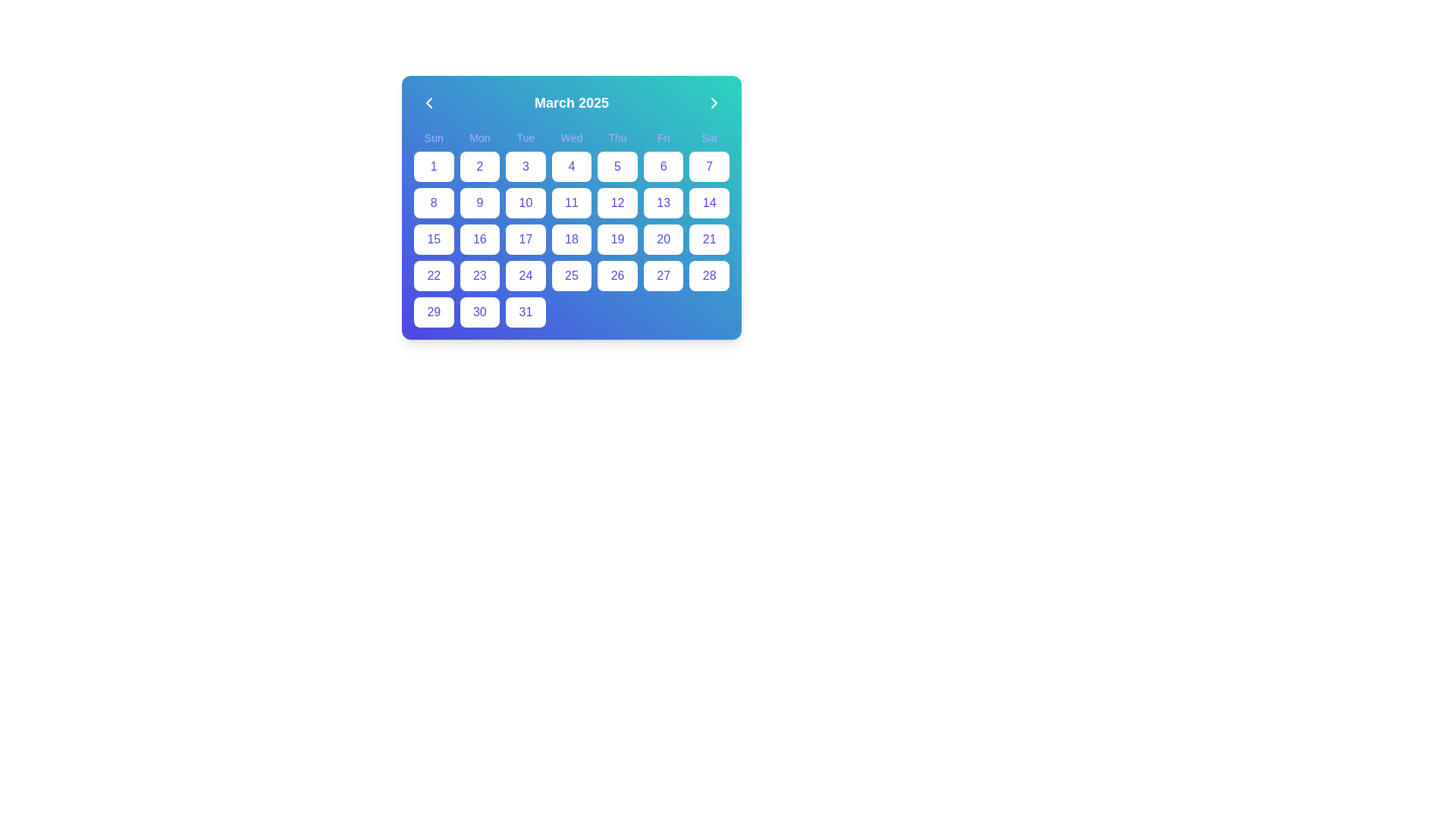  I want to click on the date button representing '14' in the calendar interface, located in the rightmost column of the third row beneath 'Sat', so click(708, 202).